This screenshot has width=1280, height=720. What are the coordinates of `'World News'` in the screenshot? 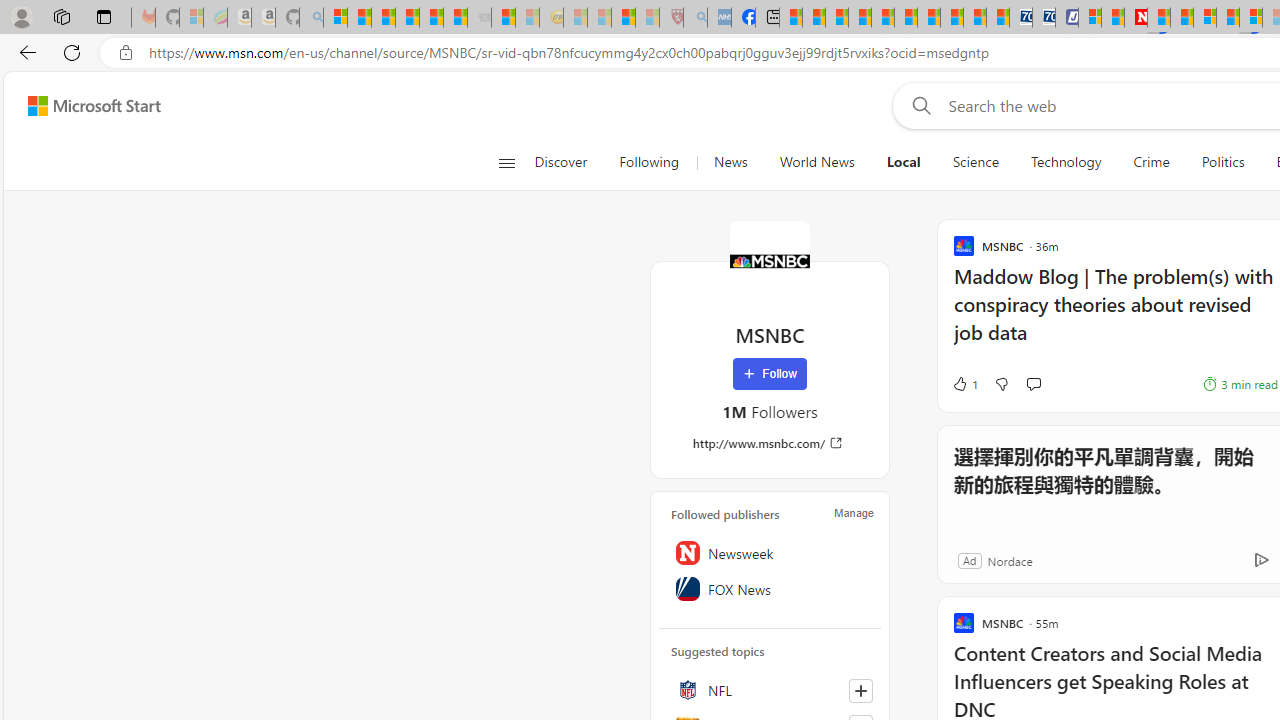 It's located at (817, 162).